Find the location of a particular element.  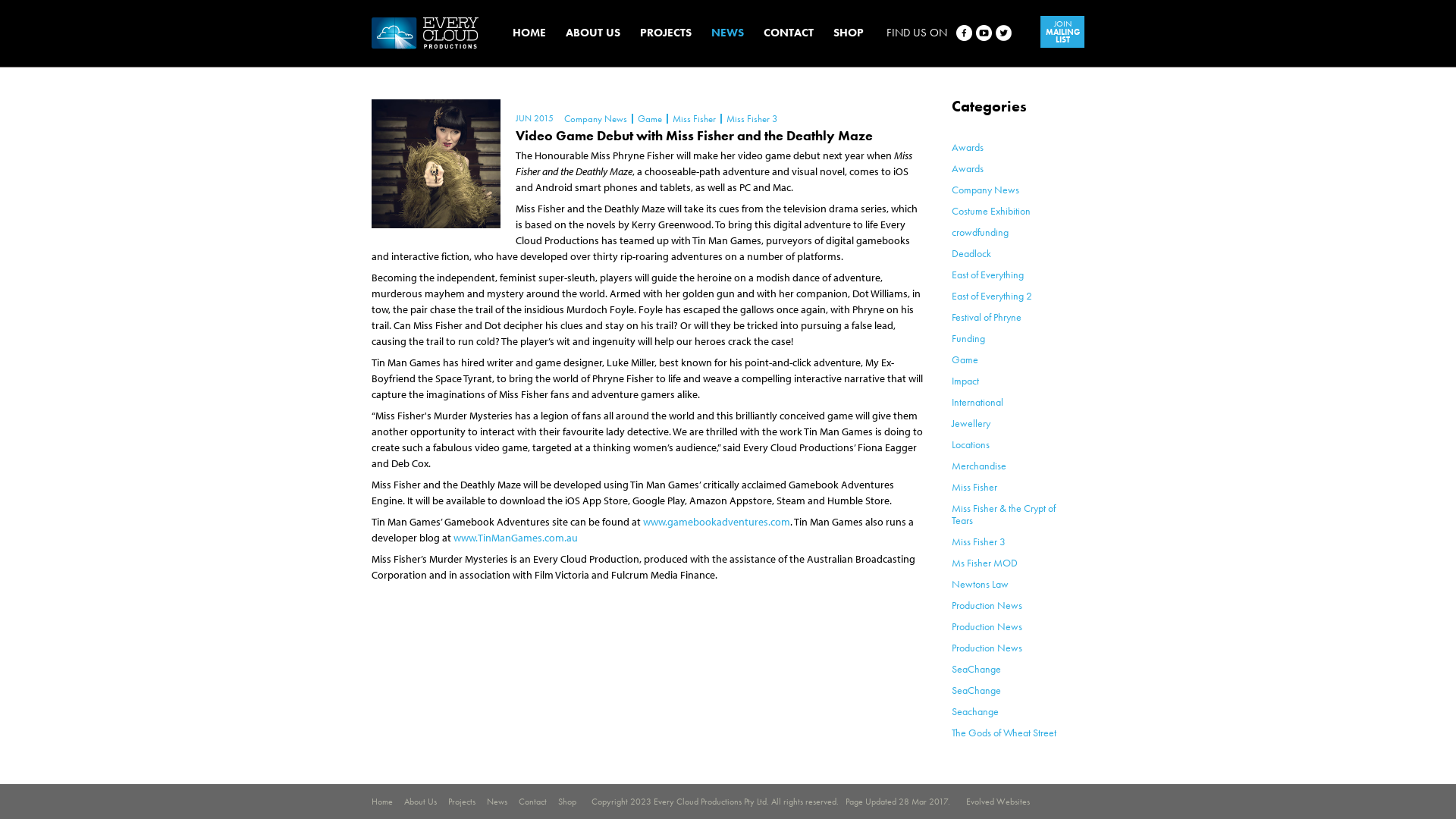

'JOIN is located at coordinates (1062, 32).